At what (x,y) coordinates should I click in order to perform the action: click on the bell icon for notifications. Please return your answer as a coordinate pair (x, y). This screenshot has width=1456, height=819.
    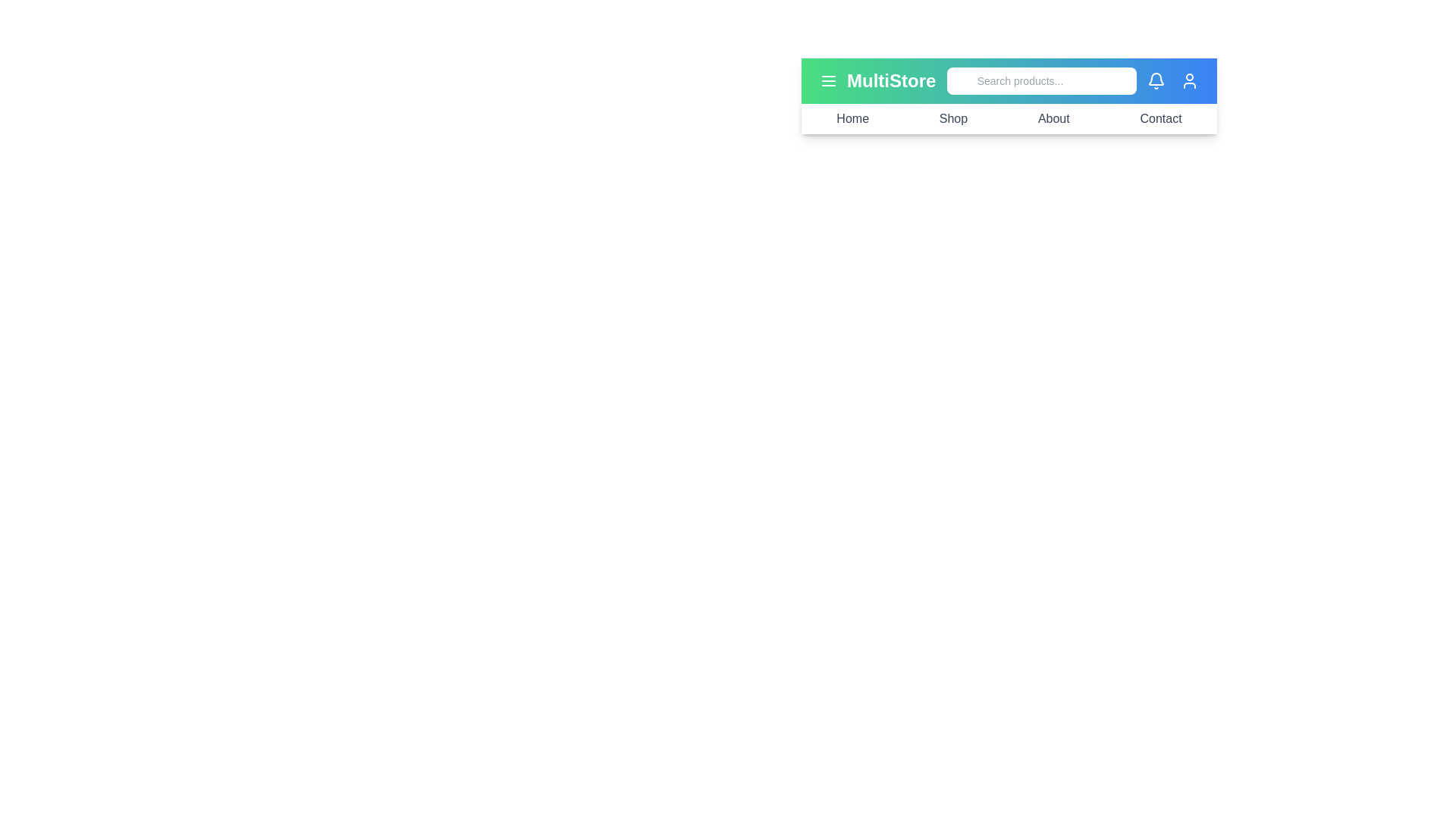
    Looking at the image, I should click on (1156, 81).